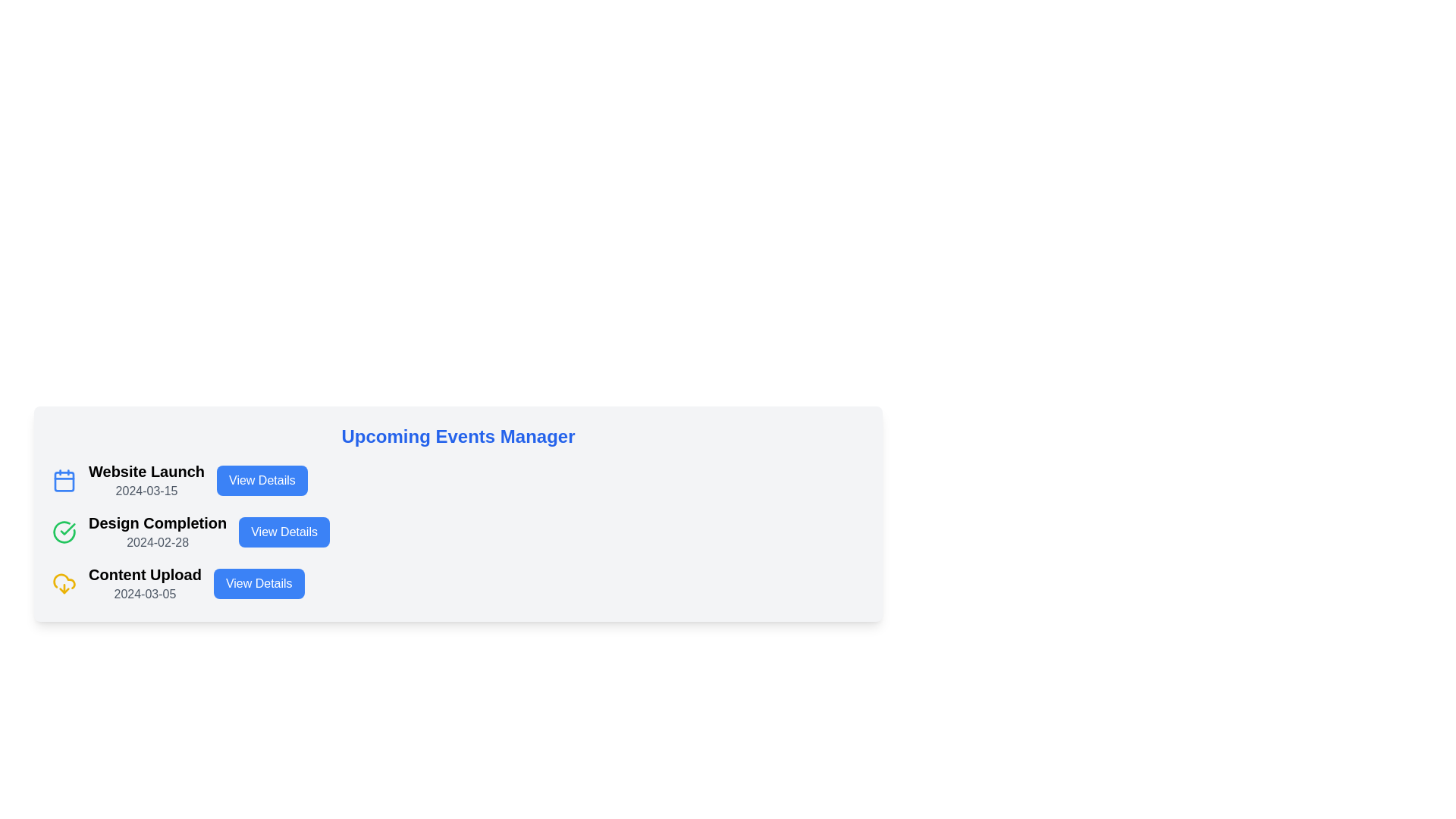  Describe the element at coordinates (158, 541) in the screenshot. I see `the static text displaying the date associated with the 'Design Completion' event, positioned under 'Design Completion' and to the left of 'View Details'` at that location.